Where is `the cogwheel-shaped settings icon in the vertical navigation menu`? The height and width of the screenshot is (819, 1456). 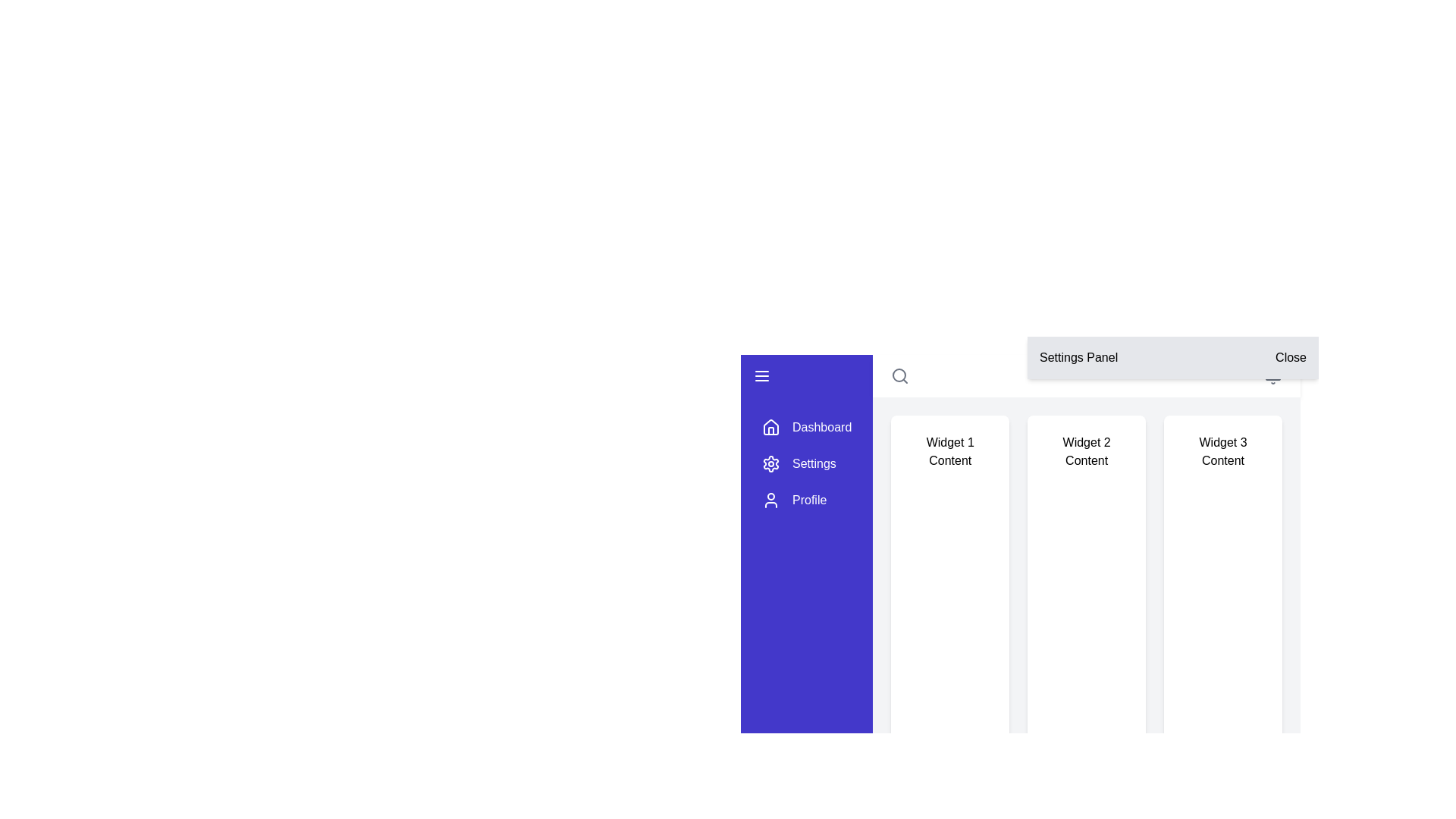 the cogwheel-shaped settings icon in the vertical navigation menu is located at coordinates (771, 463).